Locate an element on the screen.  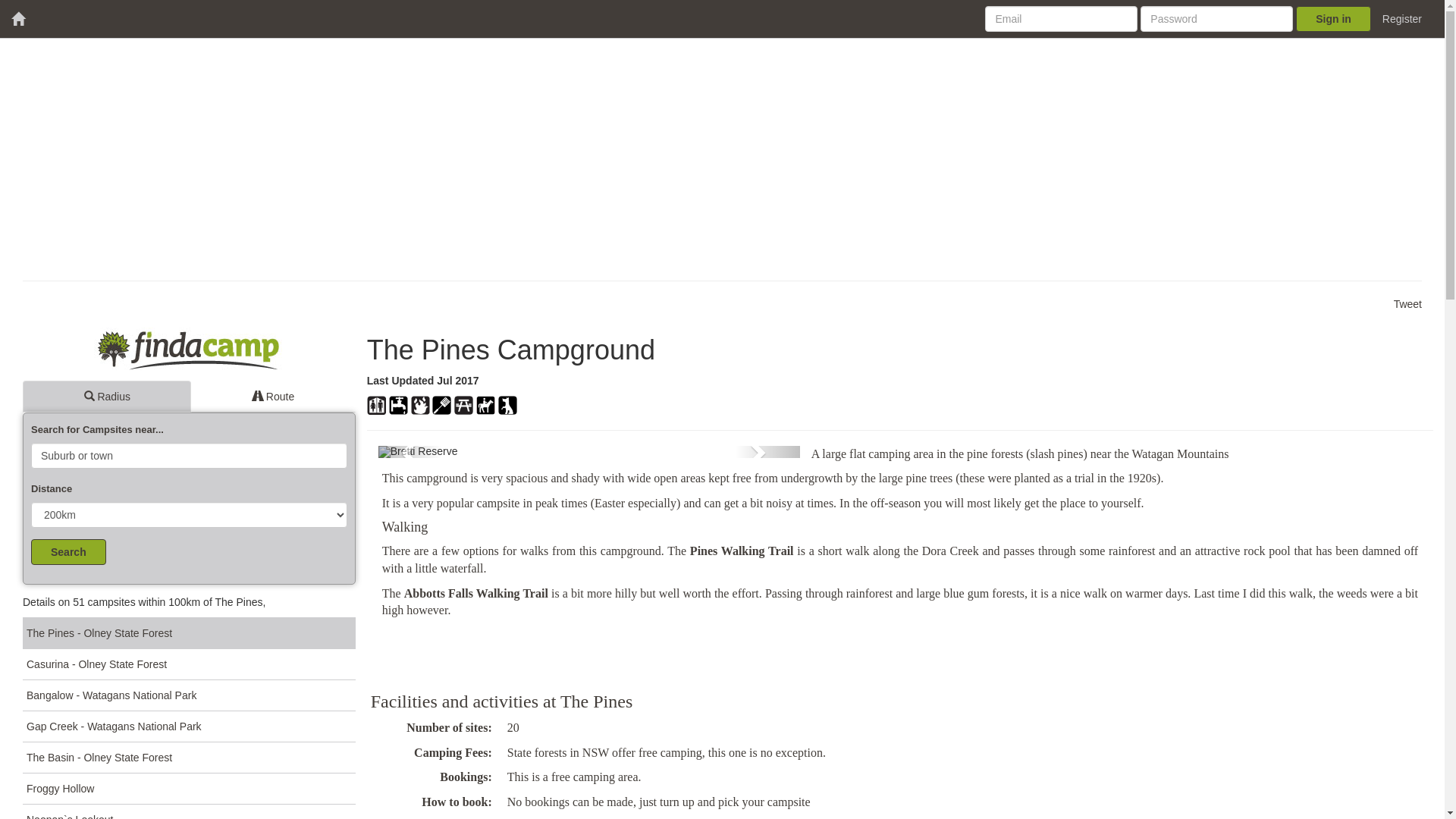
'Gap Creek - Watagans National Park' is located at coordinates (188, 725).